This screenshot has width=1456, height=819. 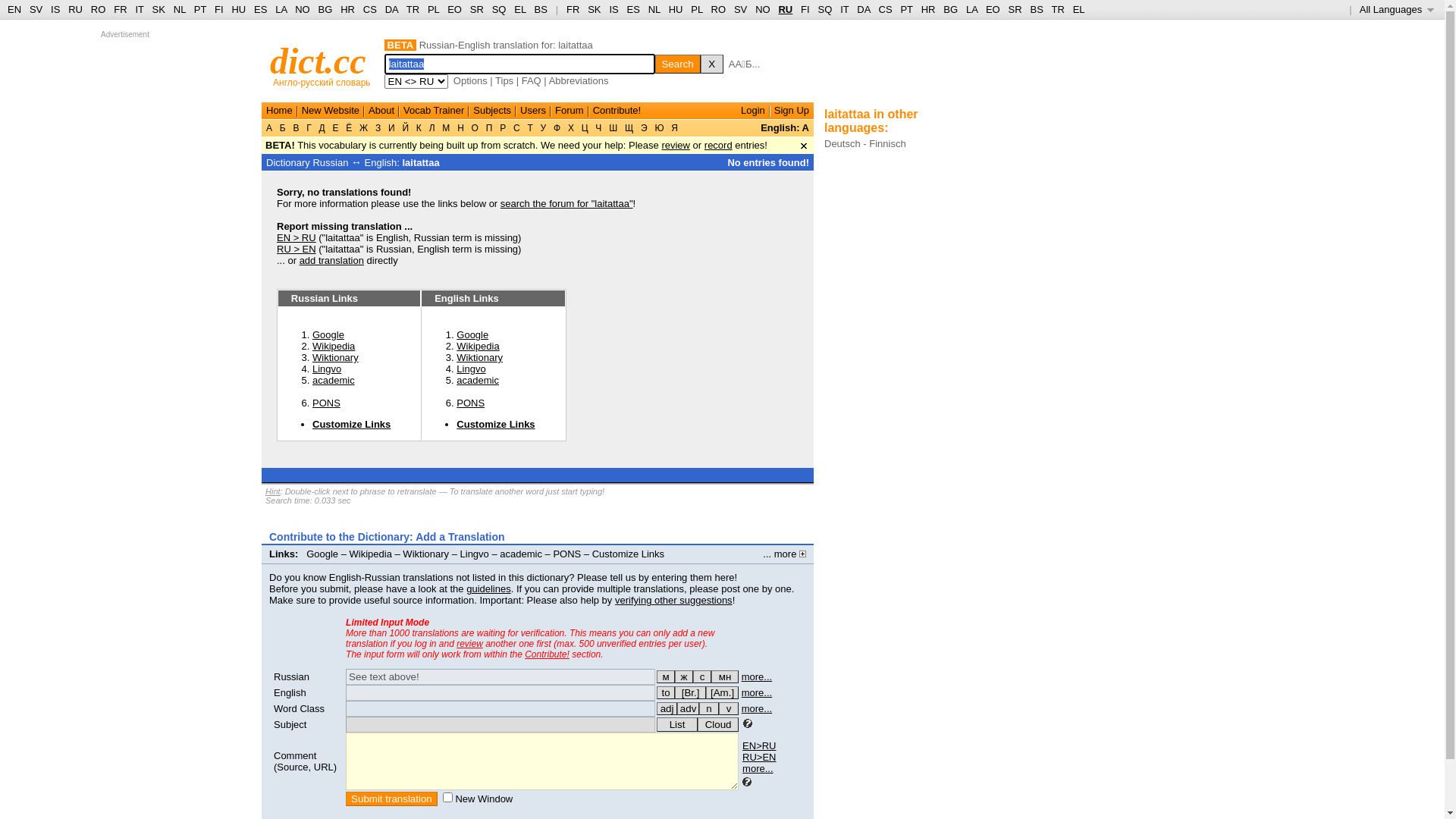 I want to click on 'Forum', so click(x=554, y=109).